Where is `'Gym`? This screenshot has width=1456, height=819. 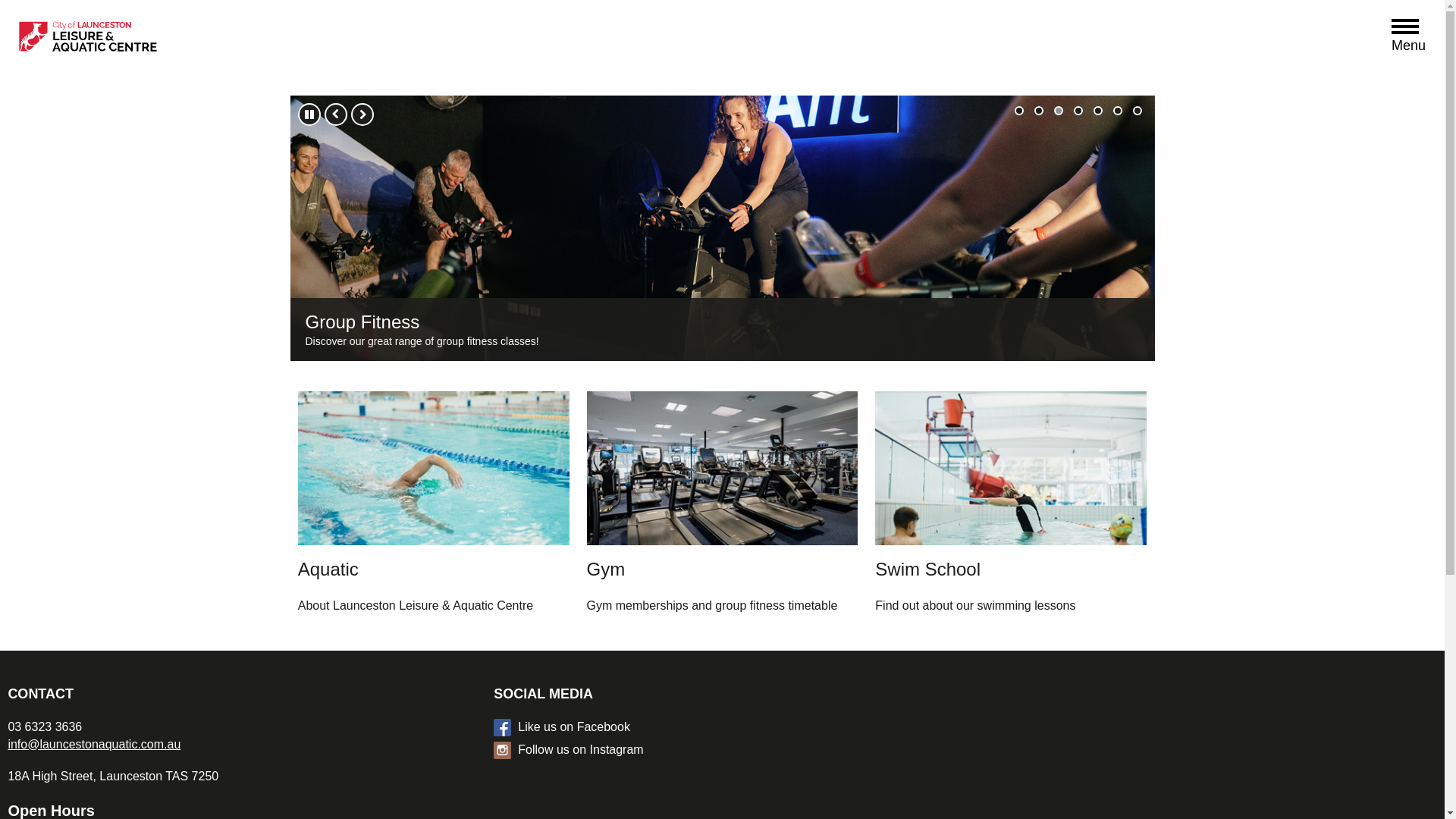 'Gym is located at coordinates (722, 506).